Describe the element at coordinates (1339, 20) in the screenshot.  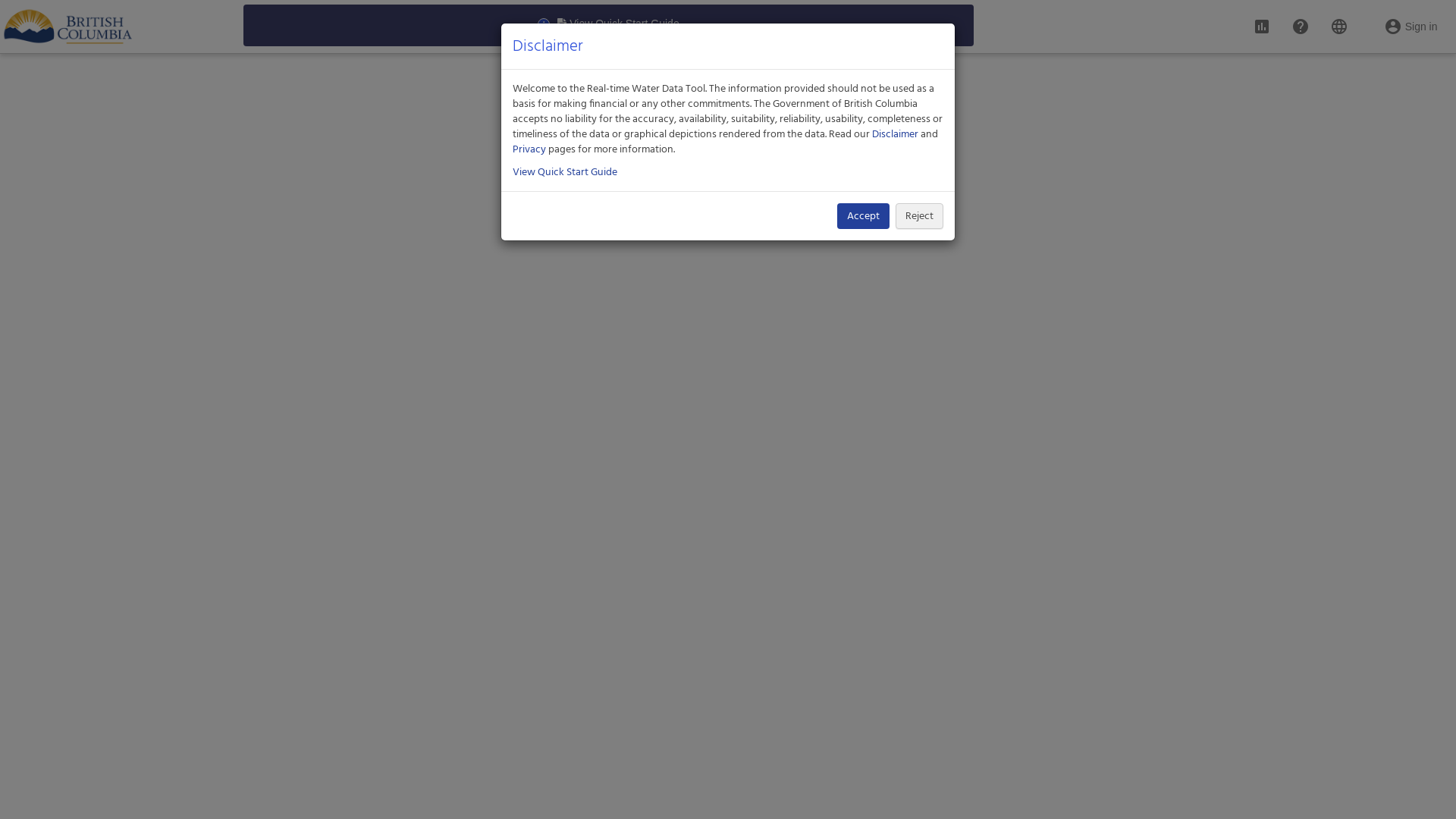
I see `'language'` at that location.